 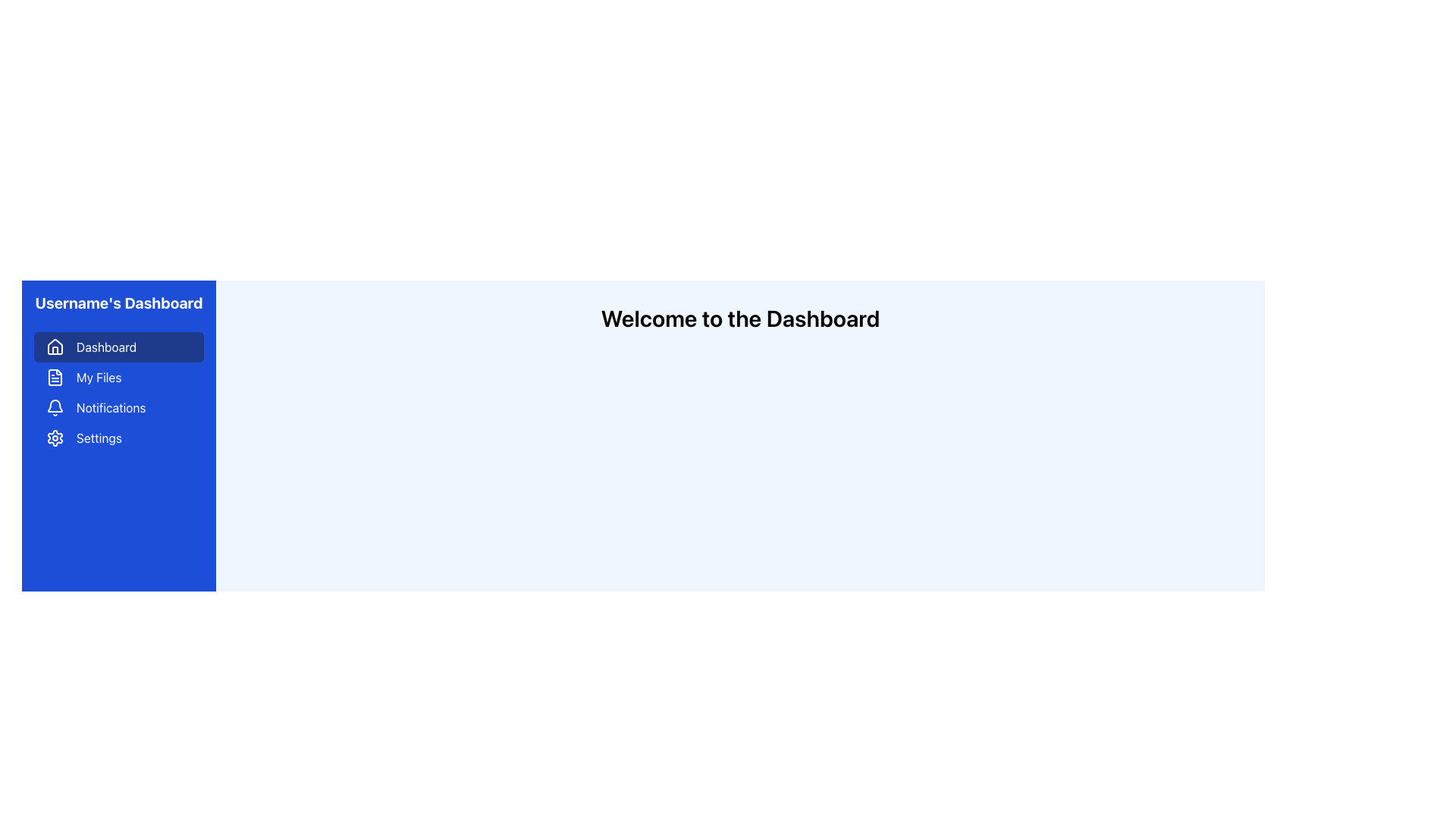 I want to click on the text label that greets the user on the dashboard page, located centrally in the right section of the interface just beneath the blue sidebar, so click(x=740, y=318).